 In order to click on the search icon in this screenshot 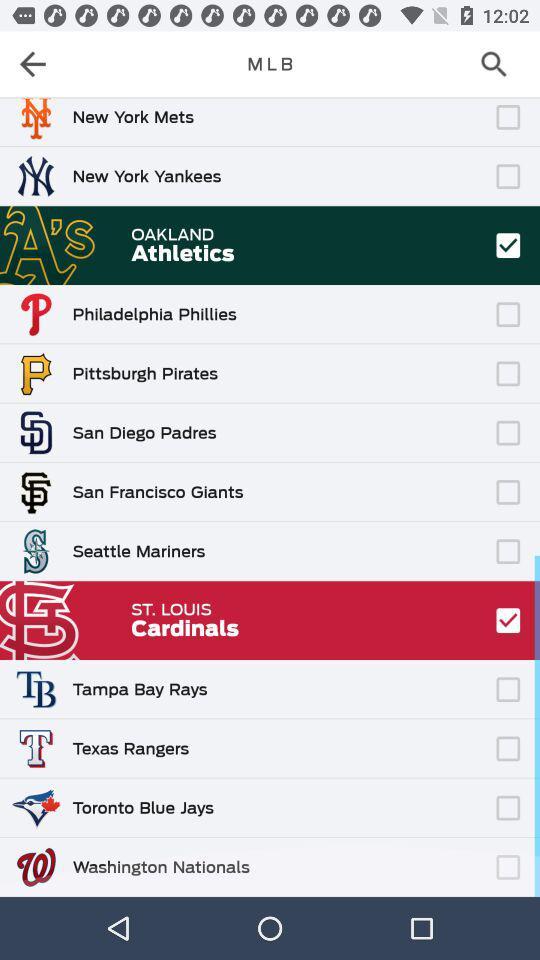, I will do `click(499, 64)`.